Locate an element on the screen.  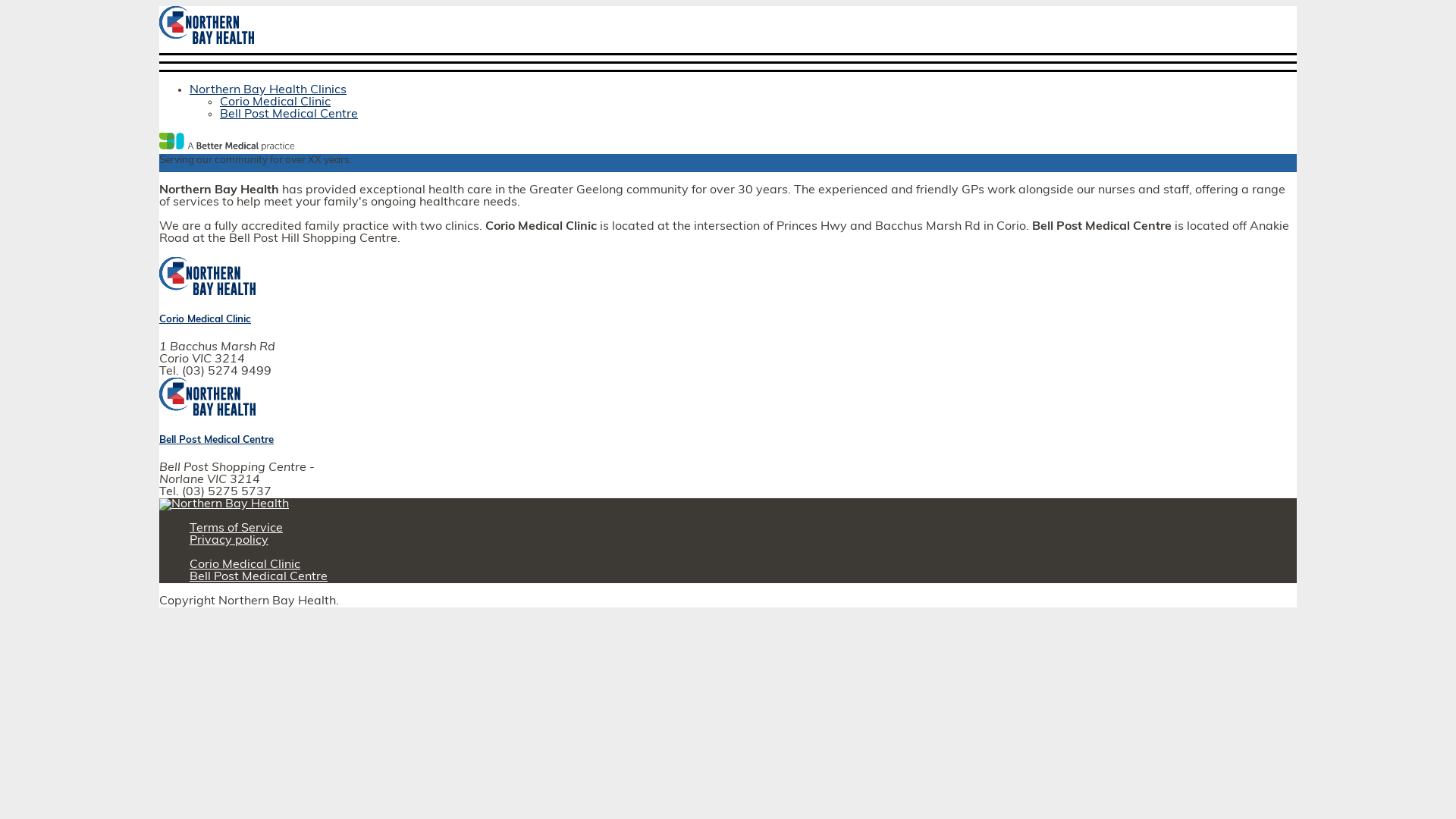
'Bell Post Medical Centre' is located at coordinates (215, 440).